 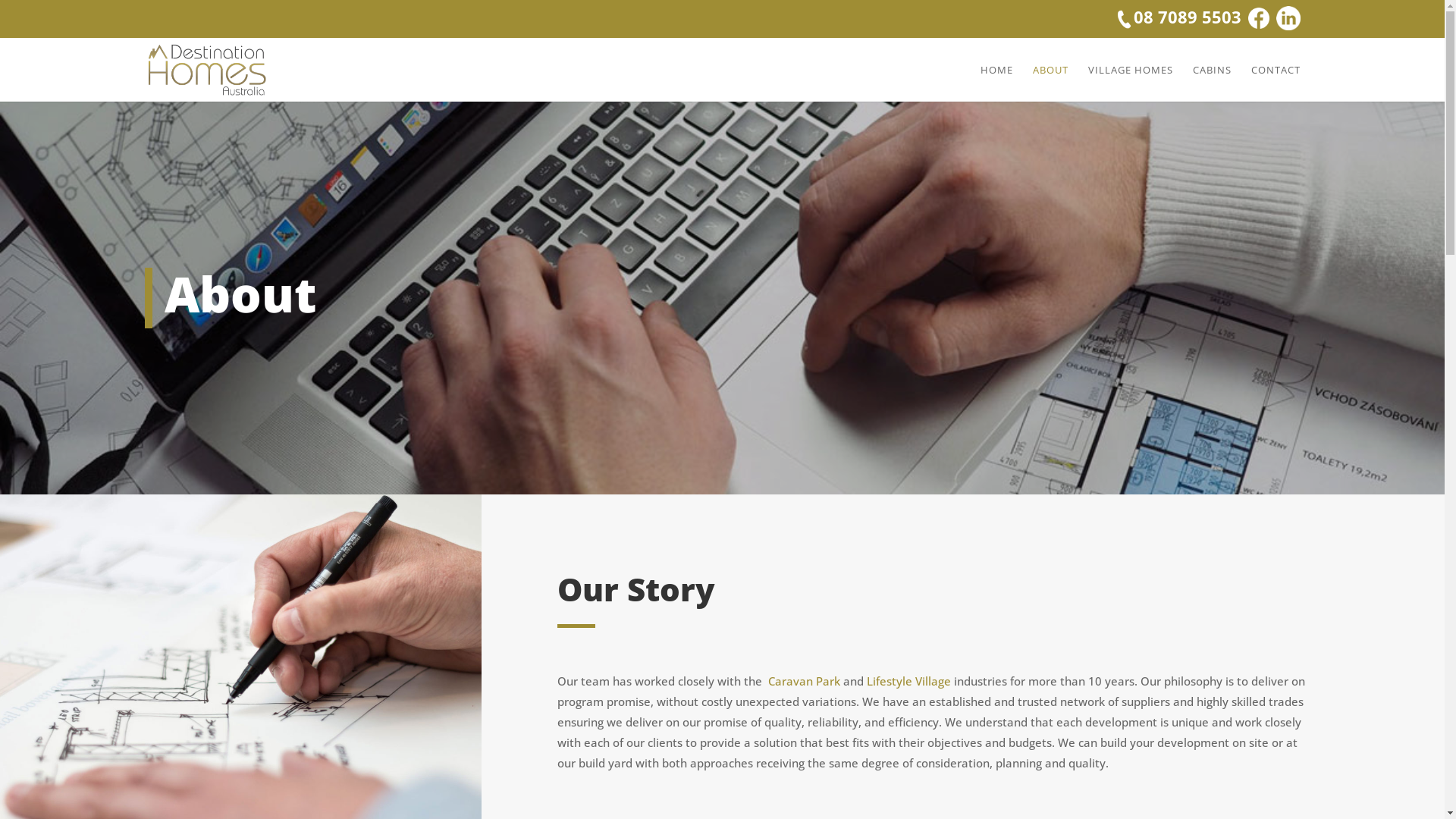 I want to click on 'HOME', so click(x=996, y=83).